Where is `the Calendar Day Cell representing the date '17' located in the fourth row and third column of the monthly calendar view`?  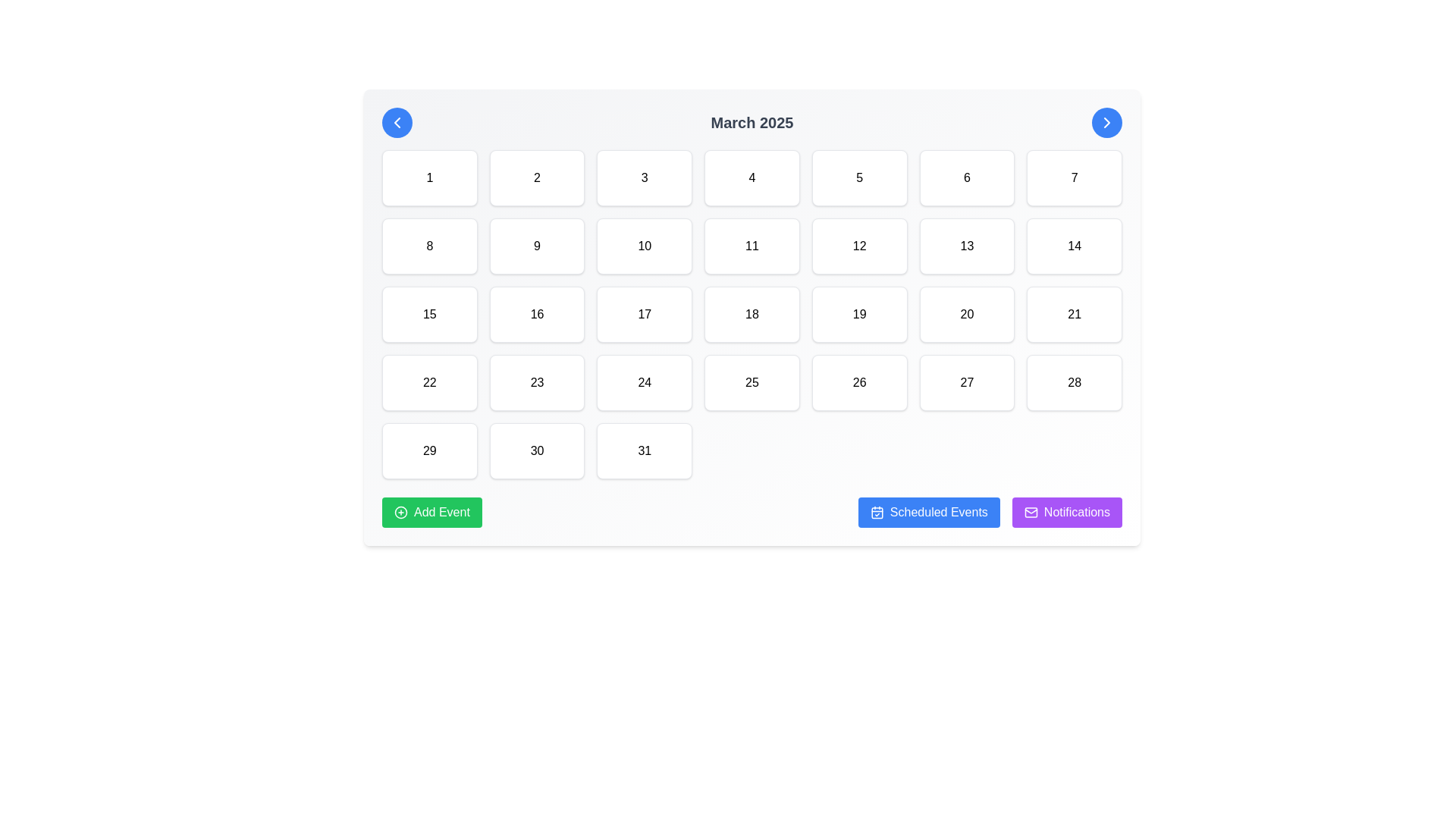
the Calendar Day Cell representing the date '17' located in the fourth row and third column of the monthly calendar view is located at coordinates (645, 314).